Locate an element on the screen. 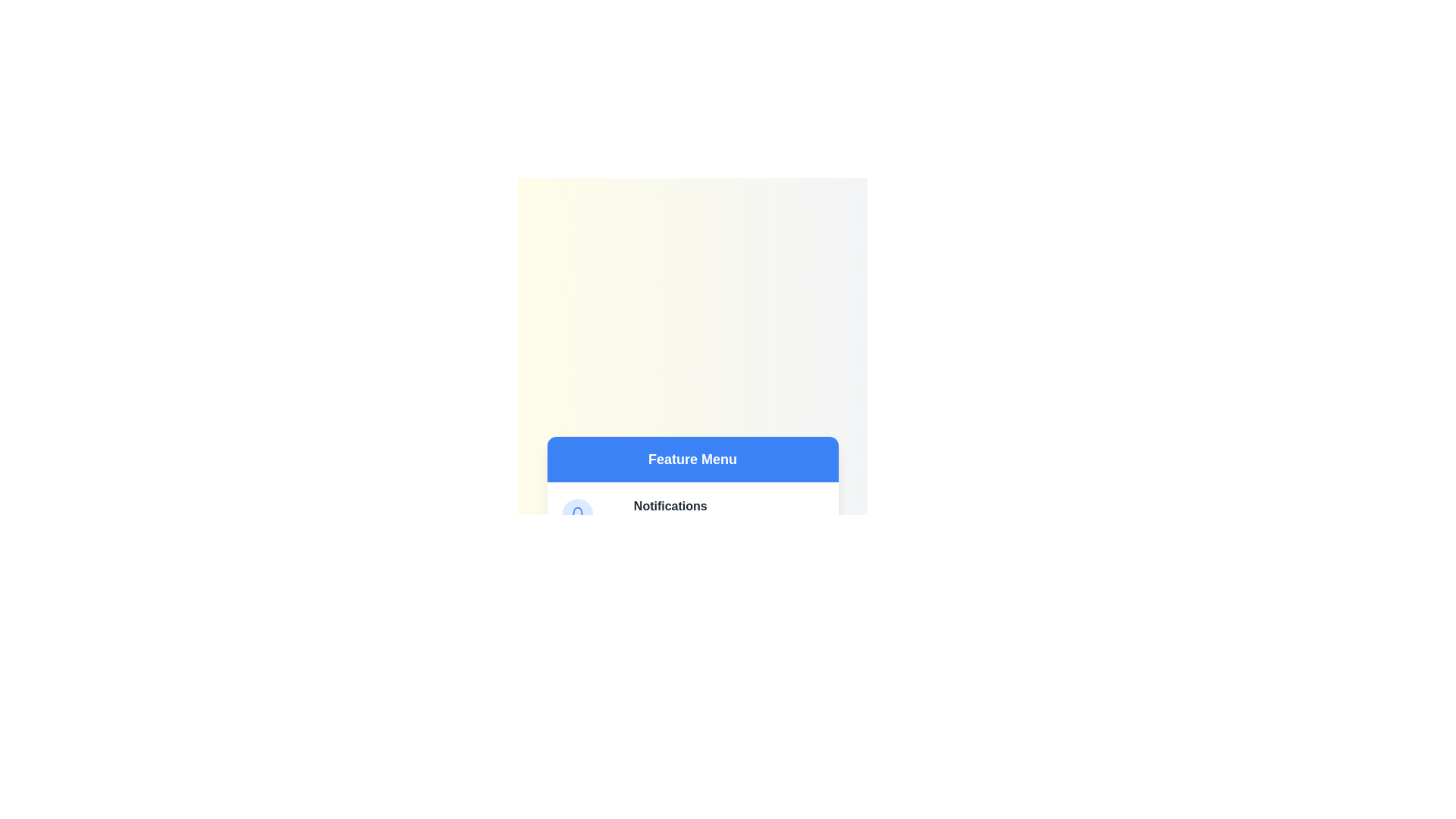  the menu option labeled Notifications is located at coordinates (670, 506).